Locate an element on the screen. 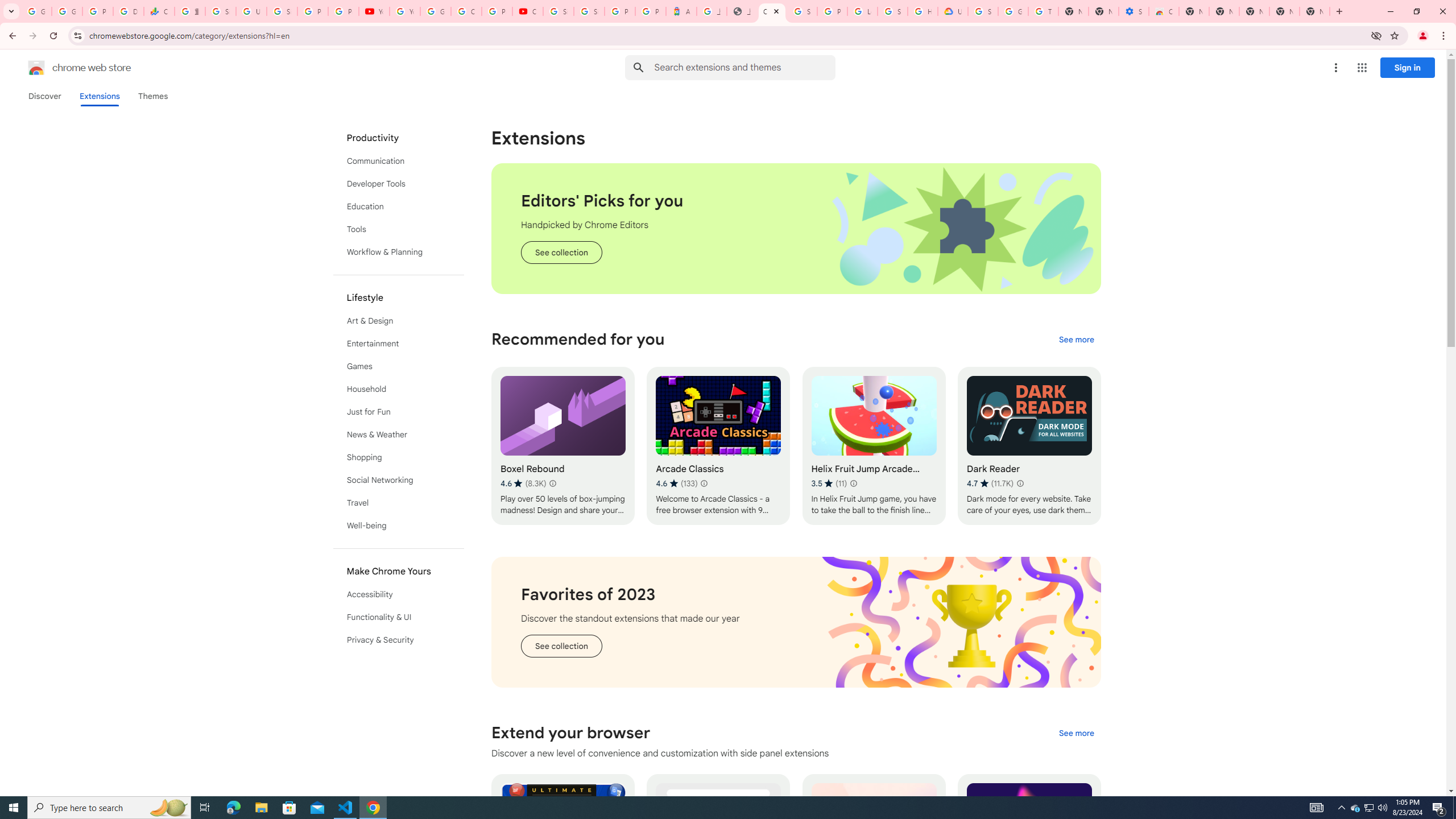  'Turn cookies on or off - Computer - Google Account Help' is located at coordinates (1043, 11).